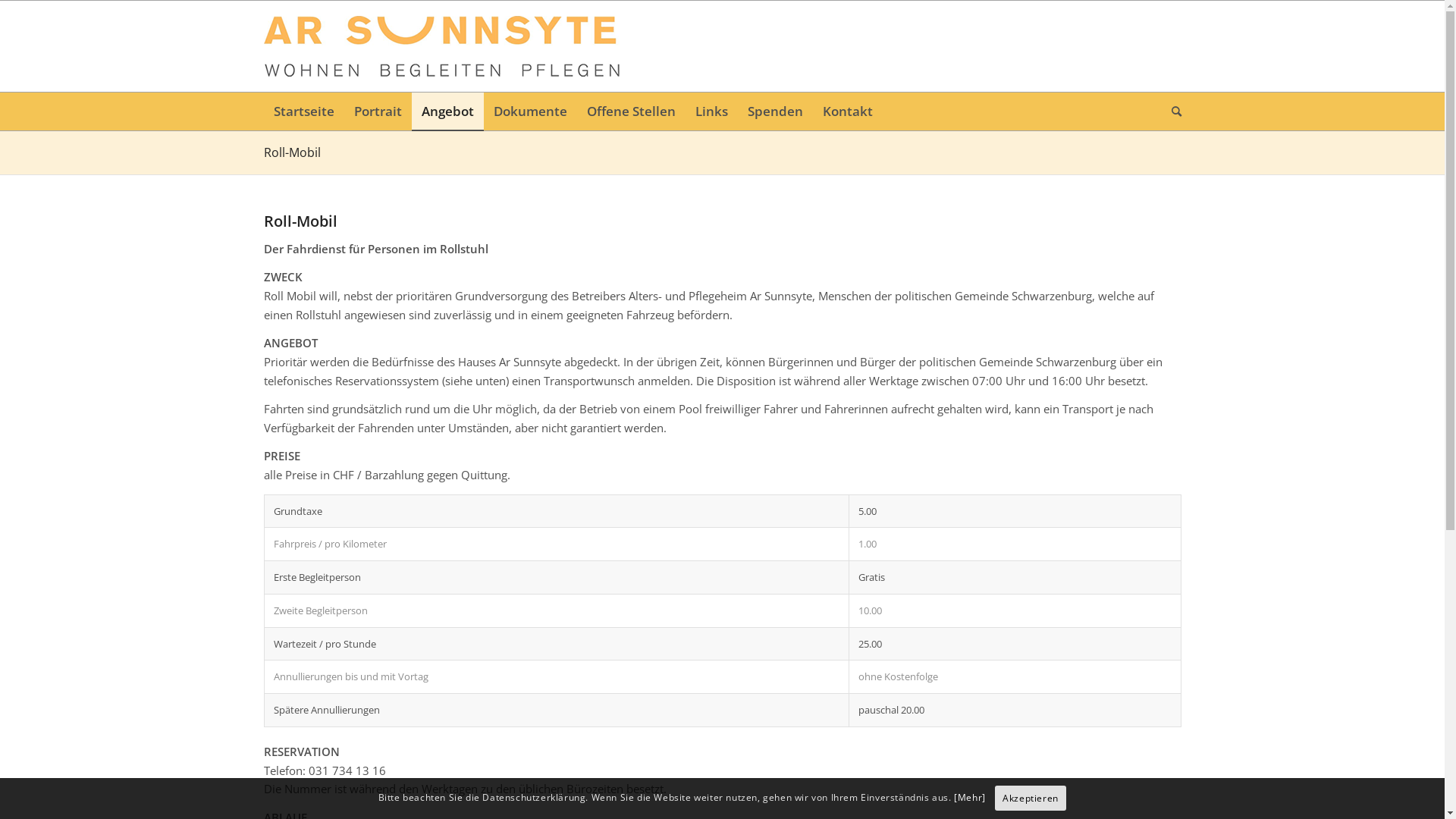 Image resolution: width=1456 pixels, height=819 pixels. What do you see at coordinates (344, 110) in the screenshot?
I see `'Portrait'` at bounding box center [344, 110].